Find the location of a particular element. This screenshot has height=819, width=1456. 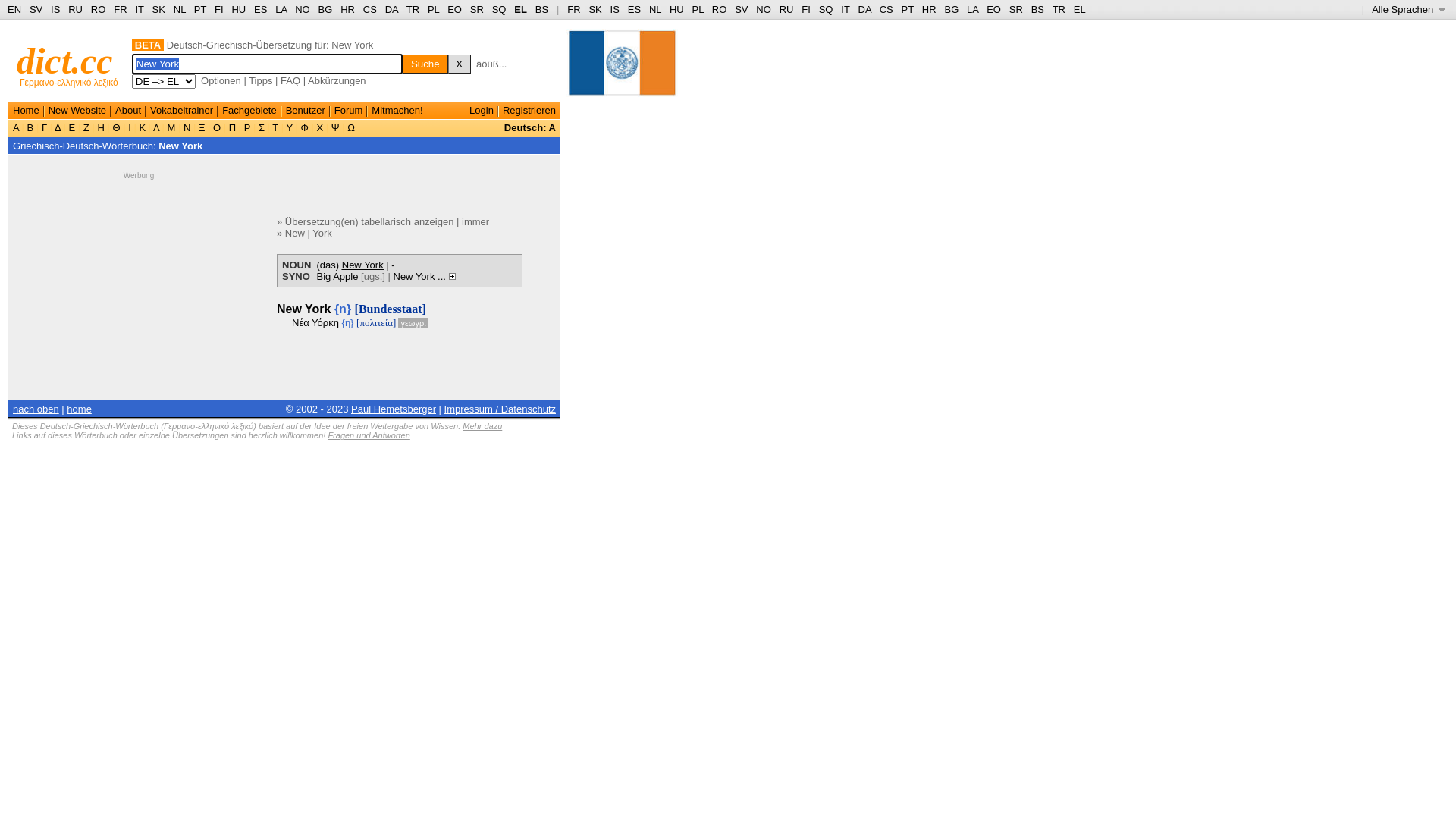

'Tipps' is located at coordinates (260, 80).